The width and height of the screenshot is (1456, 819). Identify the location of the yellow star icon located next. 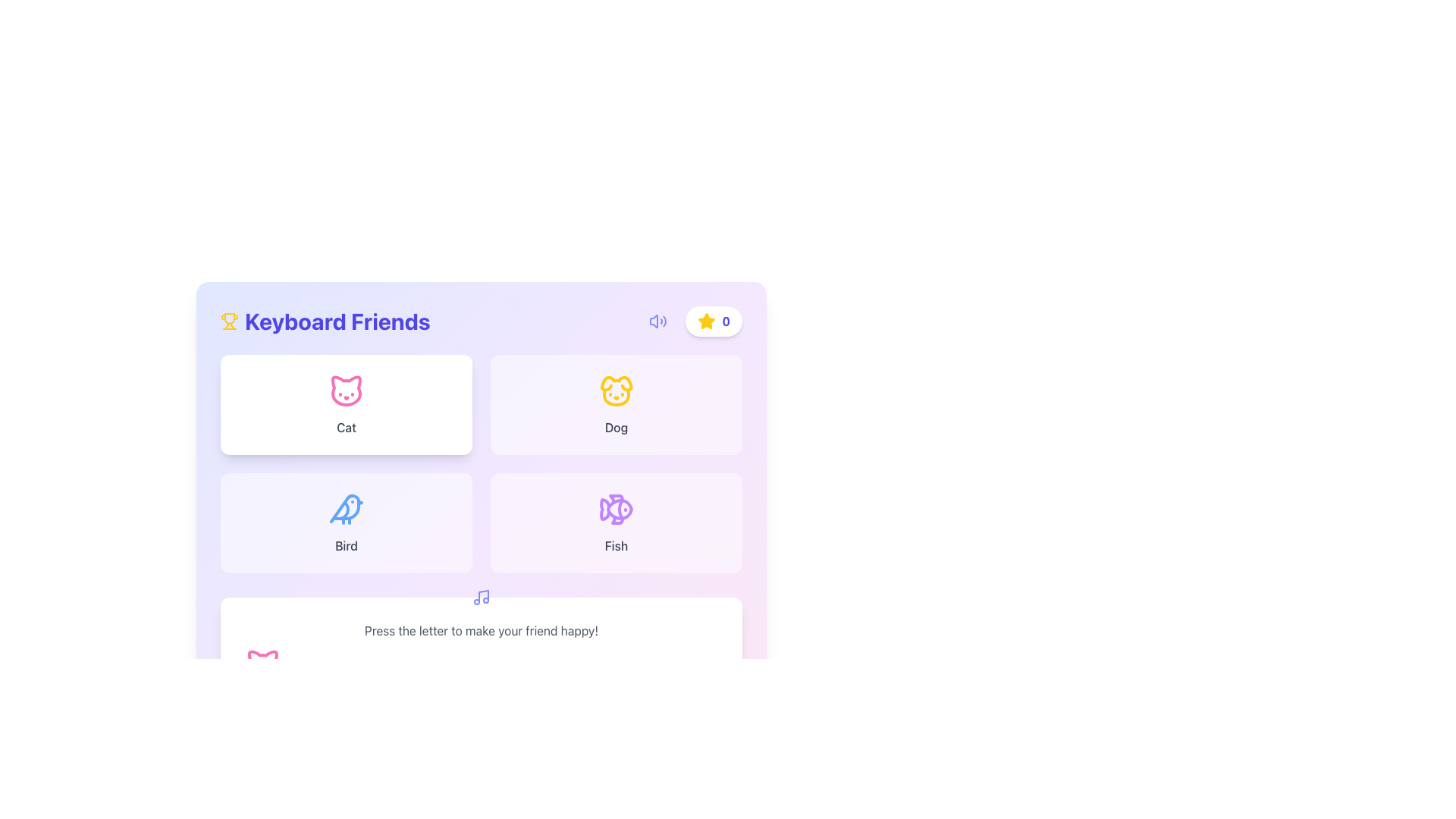
(705, 320).